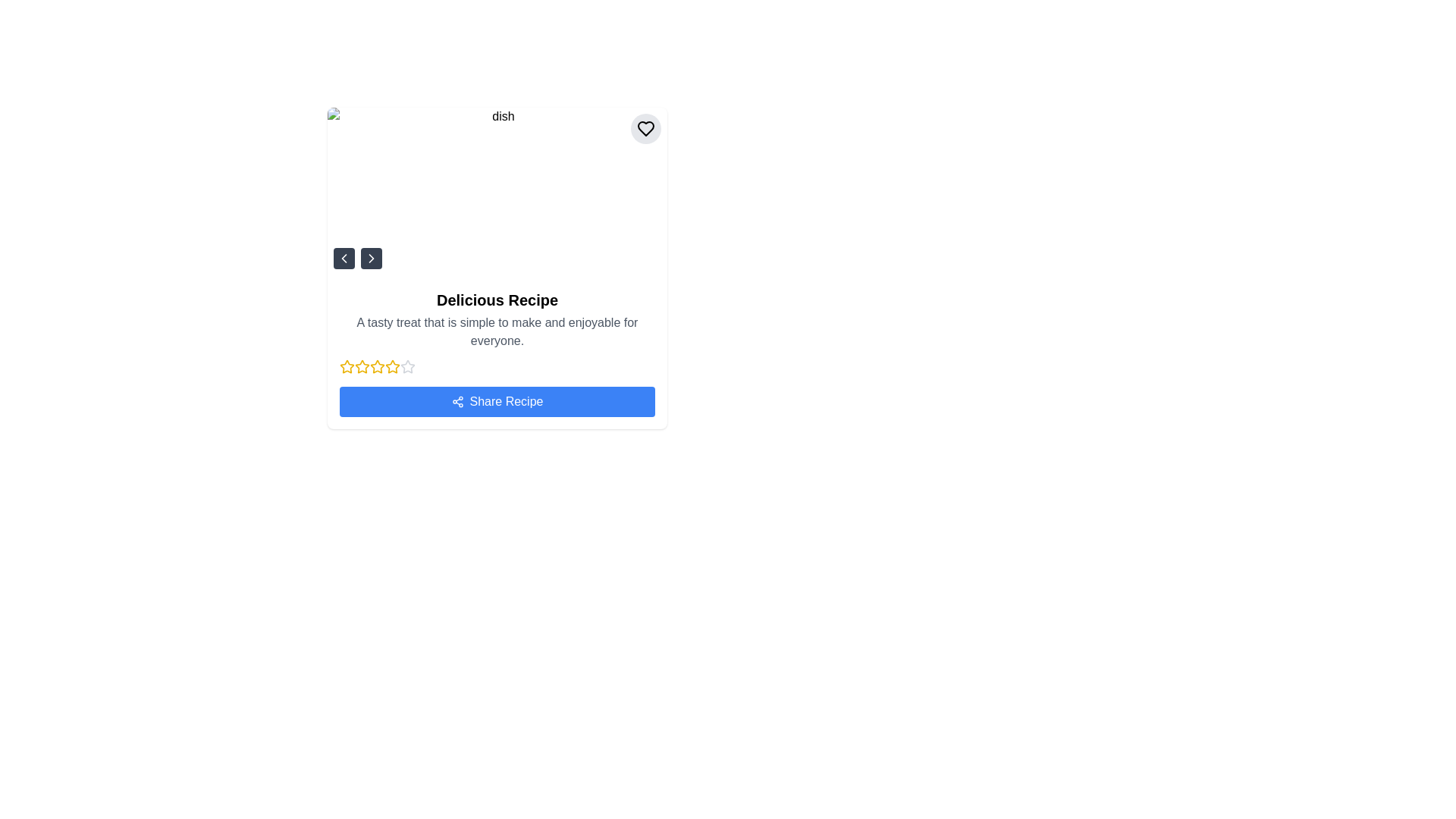 This screenshot has height=819, width=1456. Describe the element at coordinates (371, 257) in the screenshot. I see `the right navigation button located at the lower left corner of the card` at that location.